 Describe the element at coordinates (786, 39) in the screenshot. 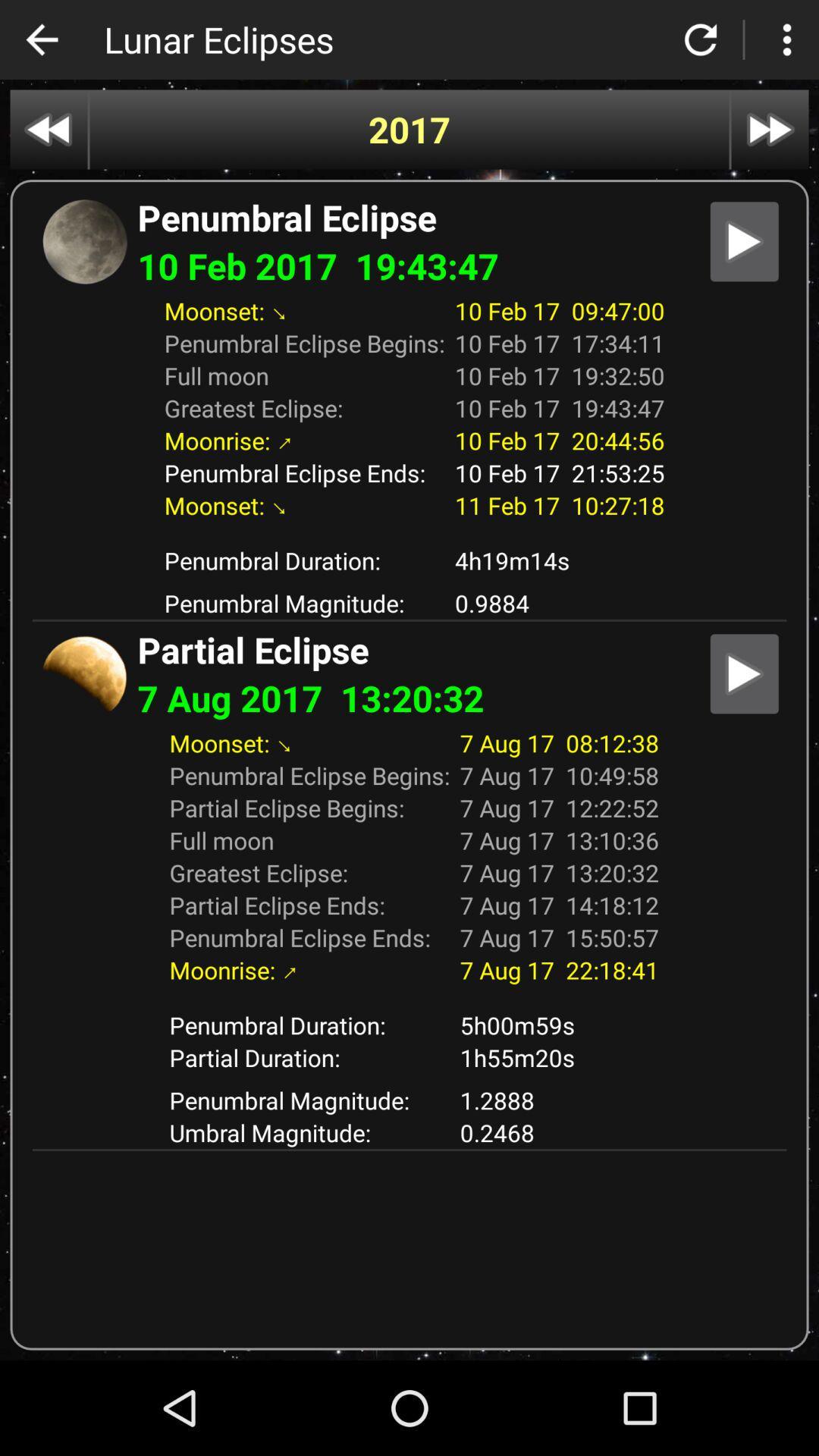

I see `the more icon` at that location.